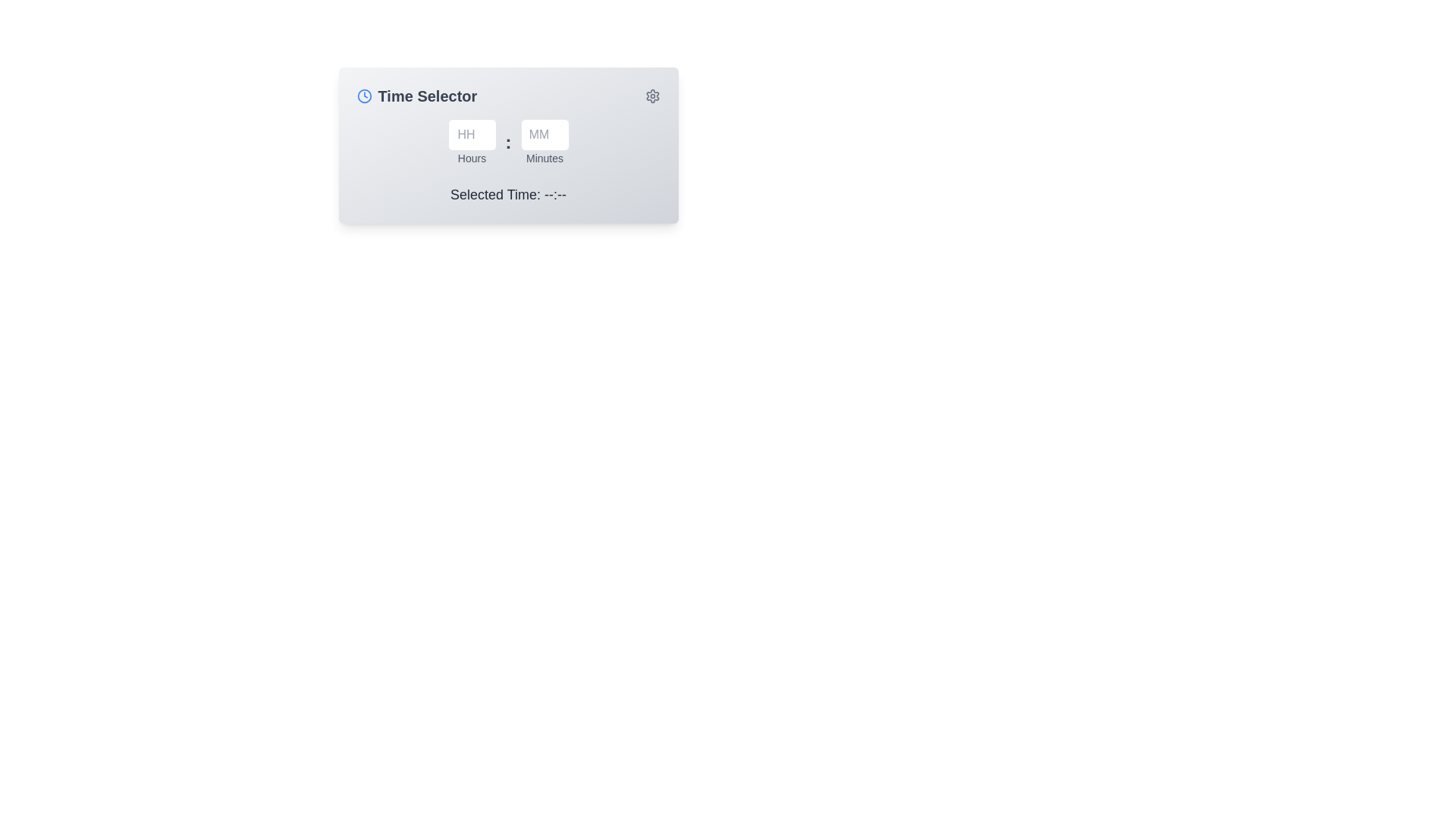  Describe the element at coordinates (508, 194) in the screenshot. I see `the Text display component that shows 'Selected Time: --:--' in a gray medium-sized font, which is located below the 'Hours' and 'Minutes' input fields in the 'Time Selector' panel` at that location.